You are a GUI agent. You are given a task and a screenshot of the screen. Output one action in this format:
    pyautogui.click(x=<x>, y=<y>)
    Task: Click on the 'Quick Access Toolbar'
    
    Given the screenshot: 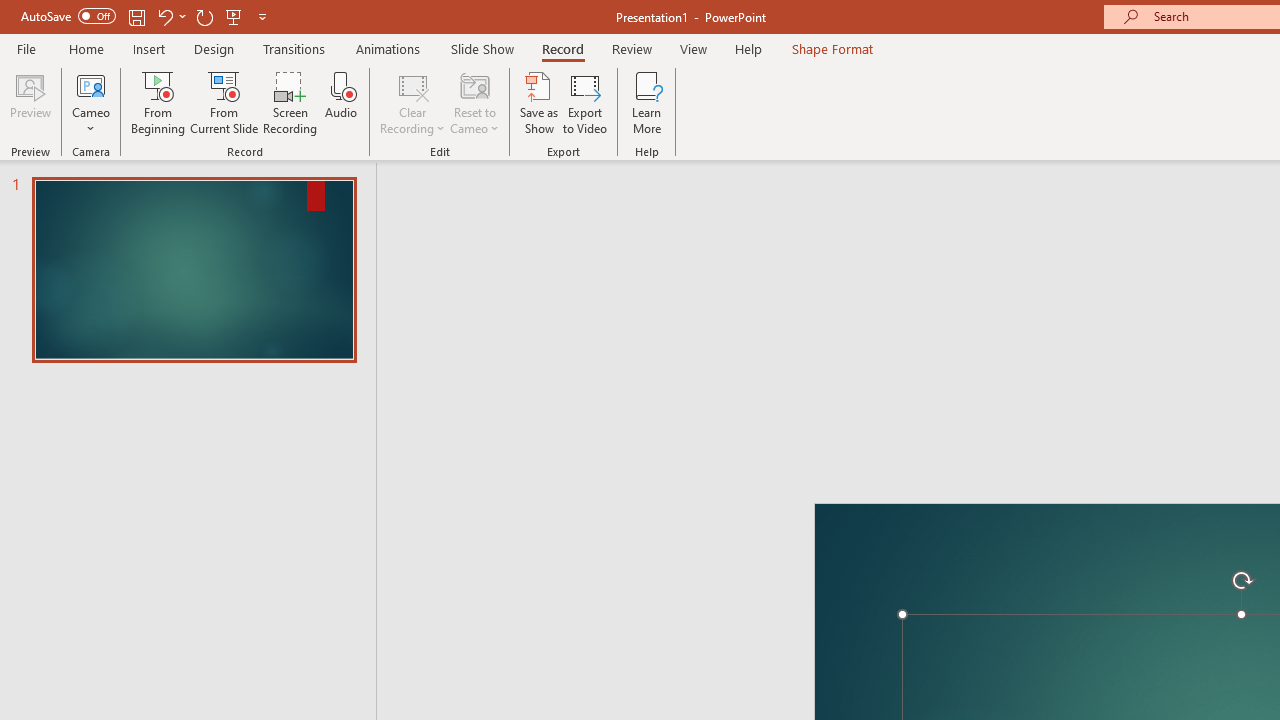 What is the action you would take?
    pyautogui.click(x=144, y=16)
    